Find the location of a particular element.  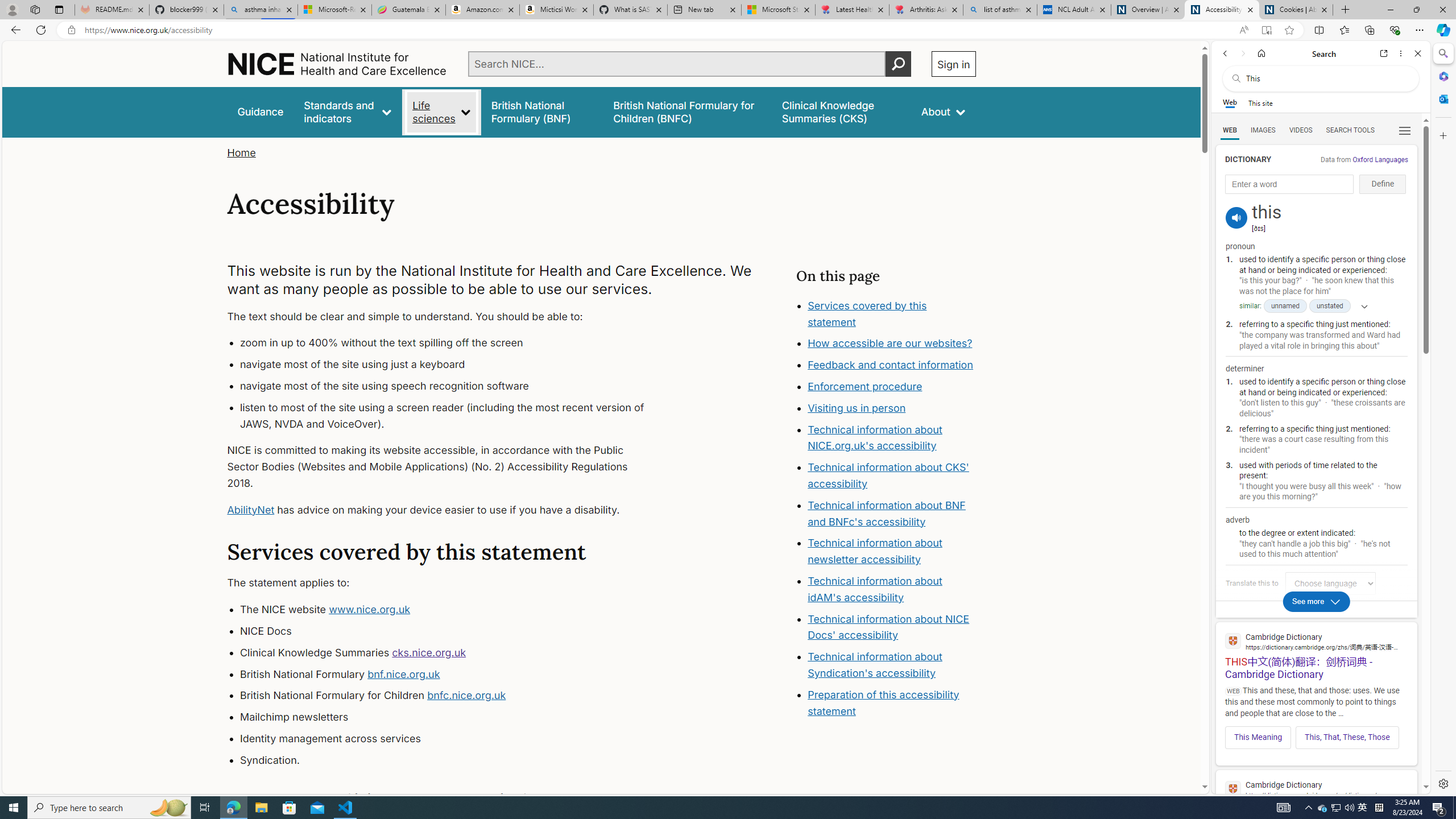

'Translate this to Choose language' is located at coordinates (1329, 583).